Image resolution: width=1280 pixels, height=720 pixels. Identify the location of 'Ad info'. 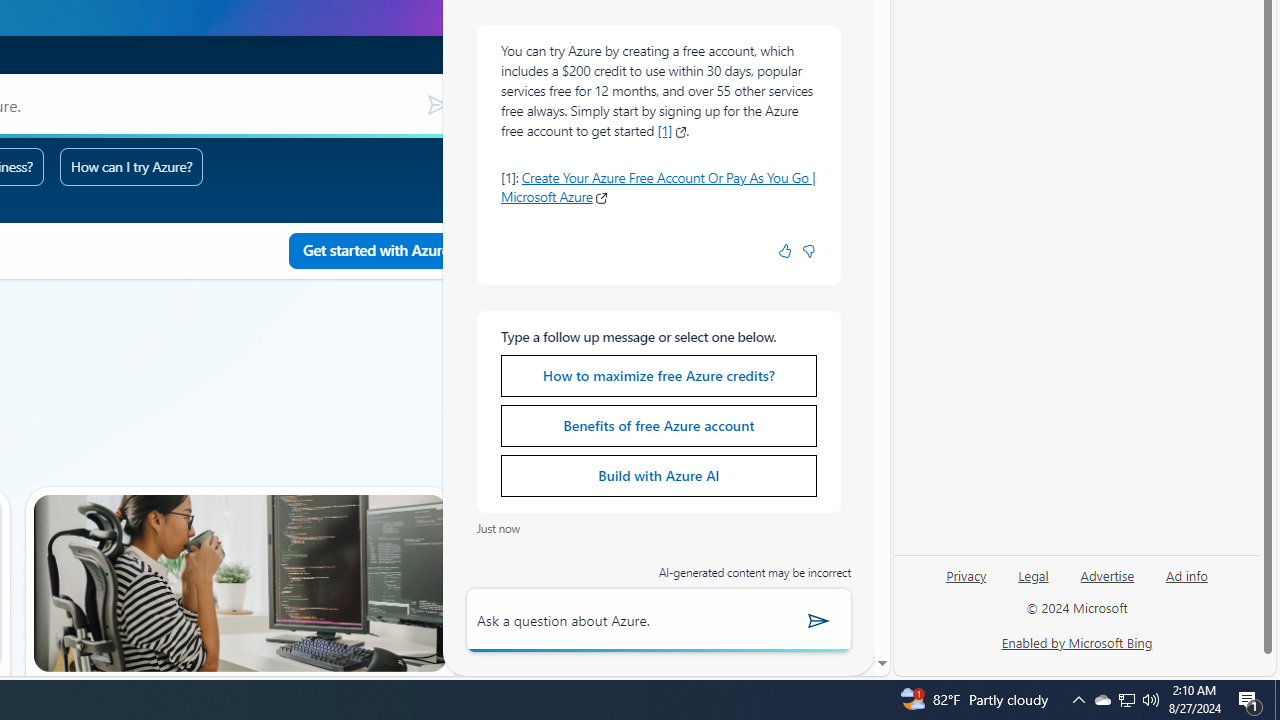
(1187, 574).